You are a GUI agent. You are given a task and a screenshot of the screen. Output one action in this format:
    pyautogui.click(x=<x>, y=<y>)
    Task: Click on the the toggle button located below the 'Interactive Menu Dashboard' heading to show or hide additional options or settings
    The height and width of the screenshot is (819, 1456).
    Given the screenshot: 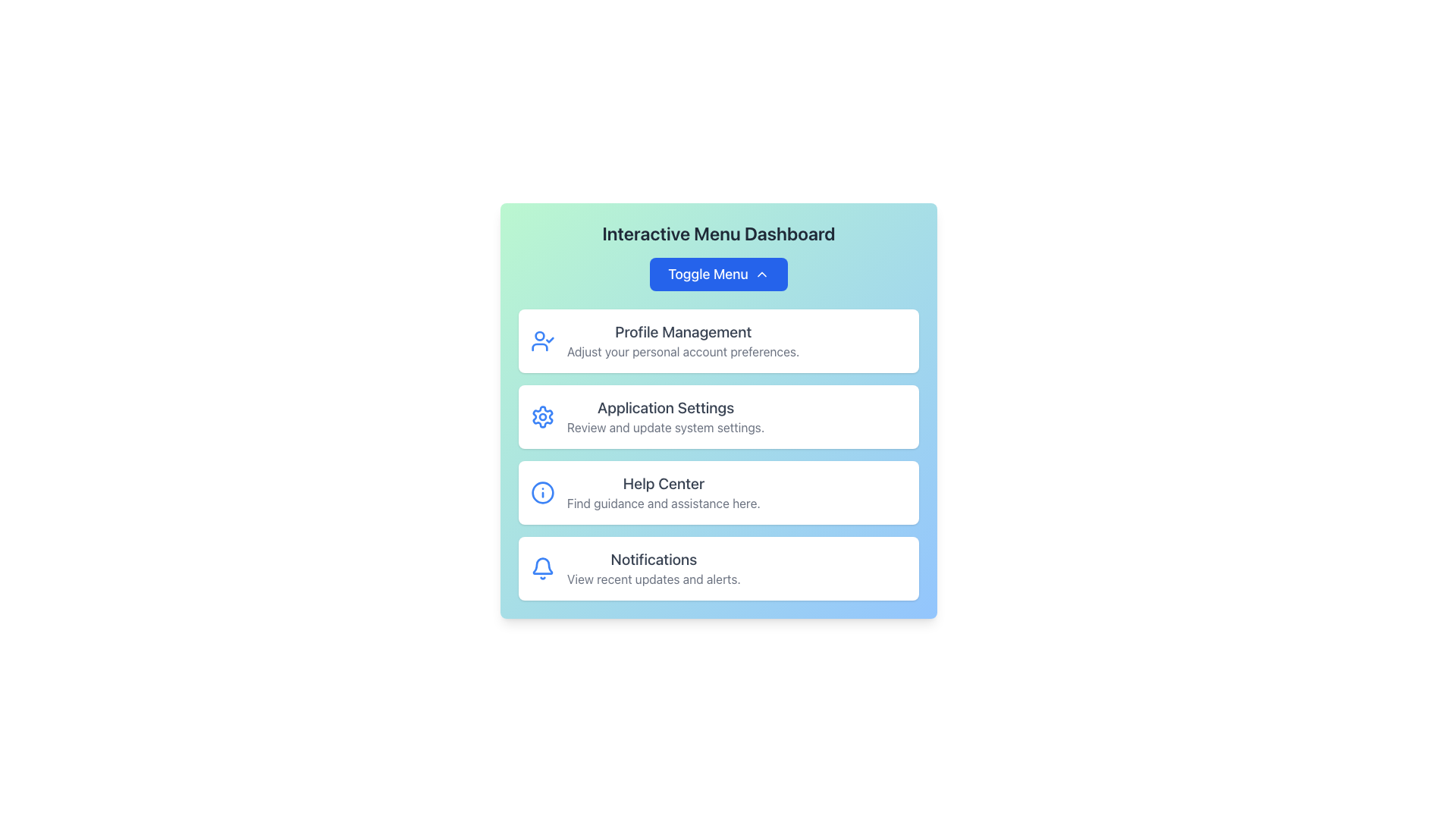 What is the action you would take?
    pyautogui.click(x=717, y=275)
    